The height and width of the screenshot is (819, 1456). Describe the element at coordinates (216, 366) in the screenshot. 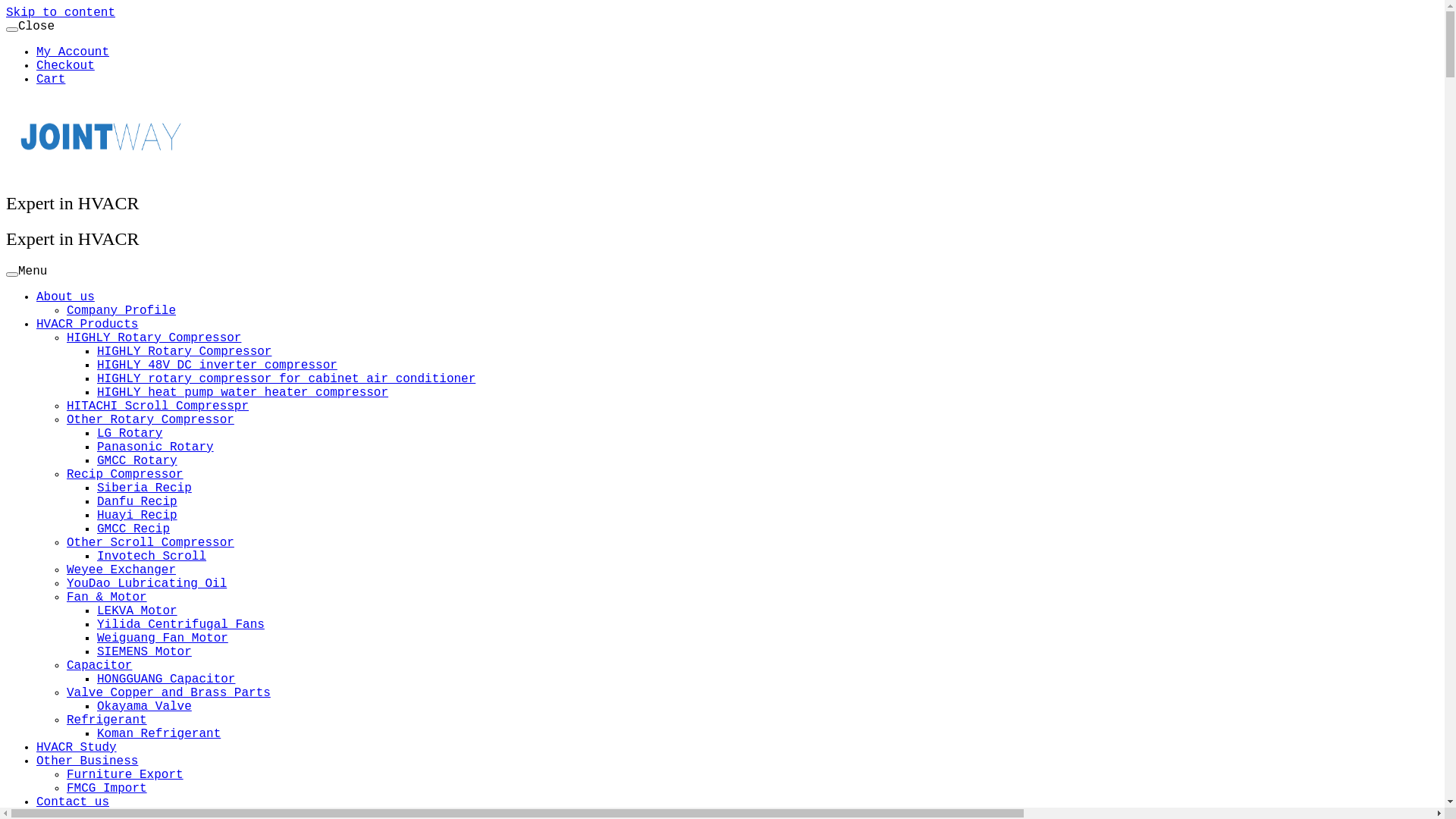

I see `'HIGHLY 48V DC inverter compressor'` at that location.